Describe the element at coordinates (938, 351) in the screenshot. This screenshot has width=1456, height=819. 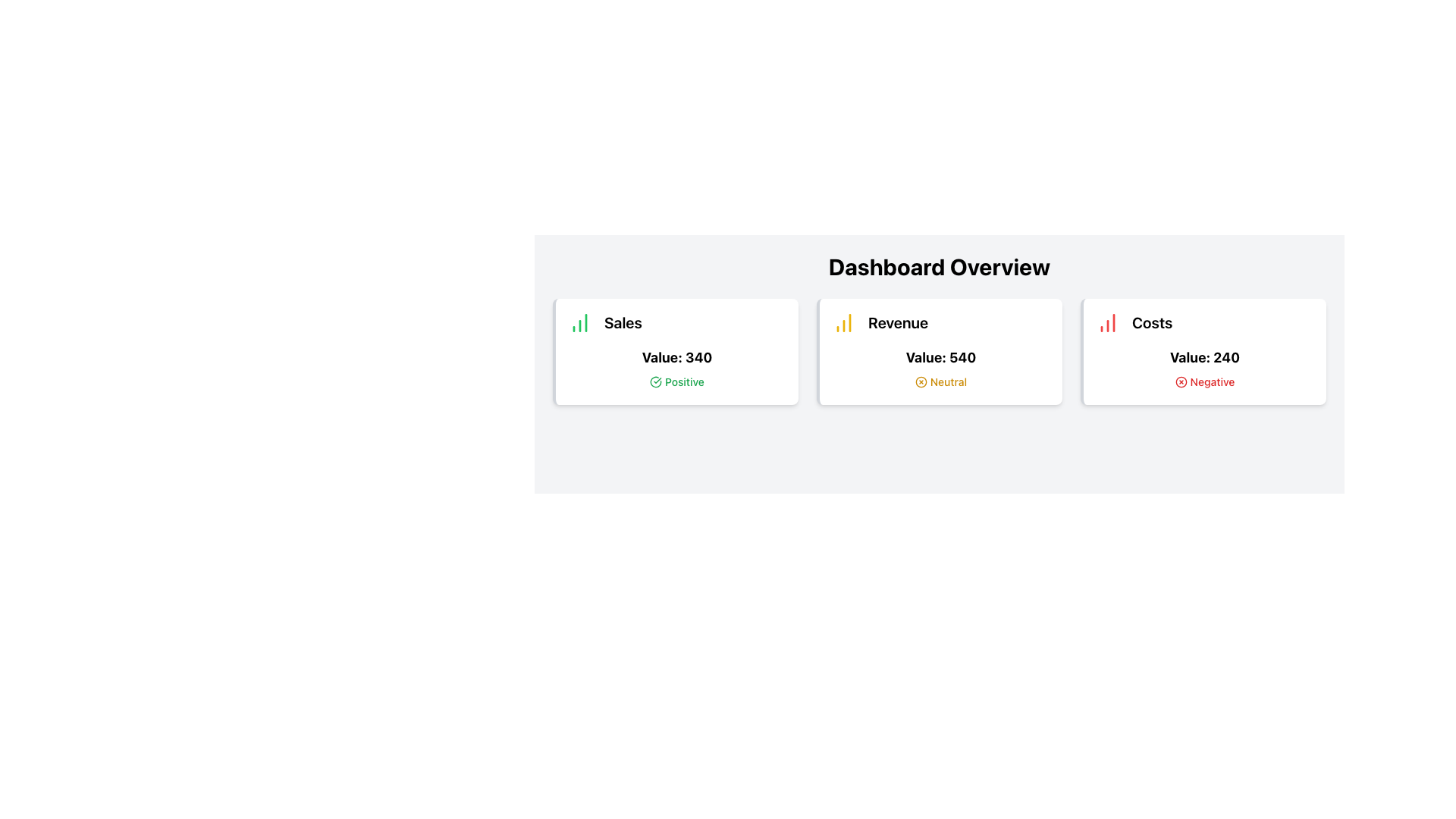
I see `the displayed information on the 'Revenue' Information card, which is the second card in a three-column grid layout, positioned between the 'Sales' and 'Costs' cards` at that location.